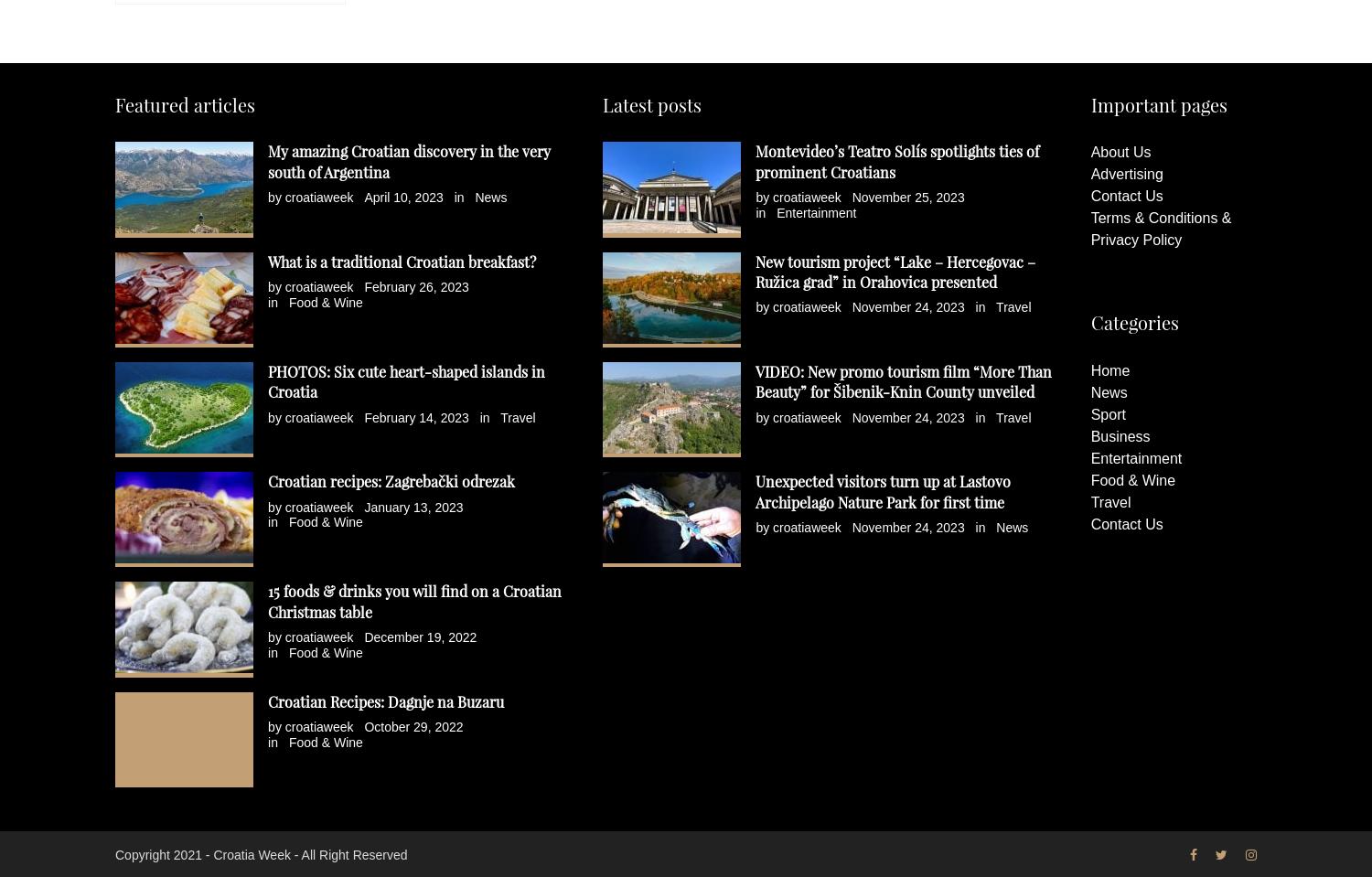 The height and width of the screenshot is (877, 1372). What do you see at coordinates (413, 601) in the screenshot?
I see `'15 foods & drinks you will find on a Croatian Christmas table'` at bounding box center [413, 601].